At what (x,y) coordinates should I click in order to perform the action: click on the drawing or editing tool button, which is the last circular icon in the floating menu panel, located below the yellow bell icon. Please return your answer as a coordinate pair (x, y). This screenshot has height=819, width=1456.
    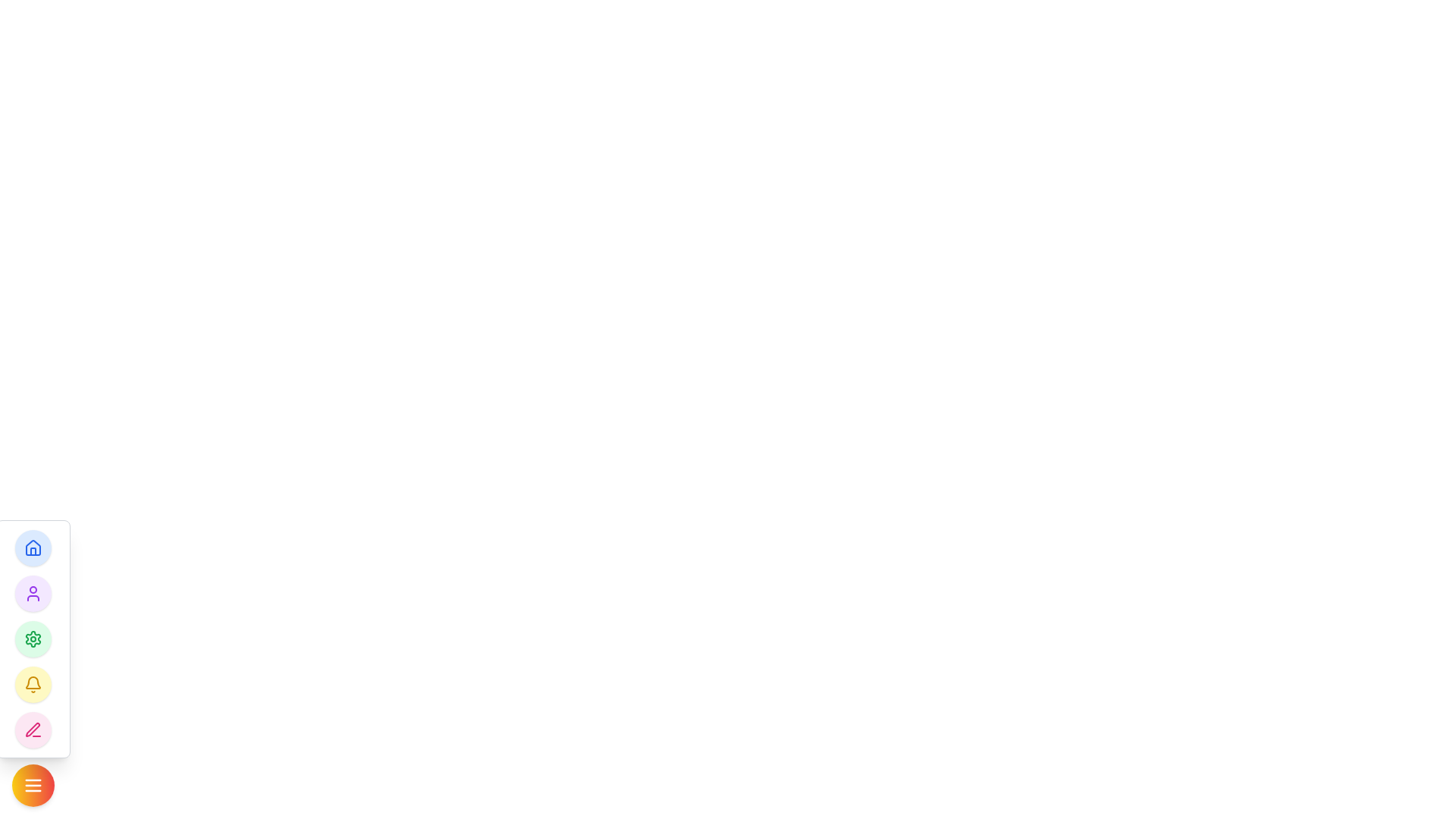
    Looking at the image, I should click on (33, 730).